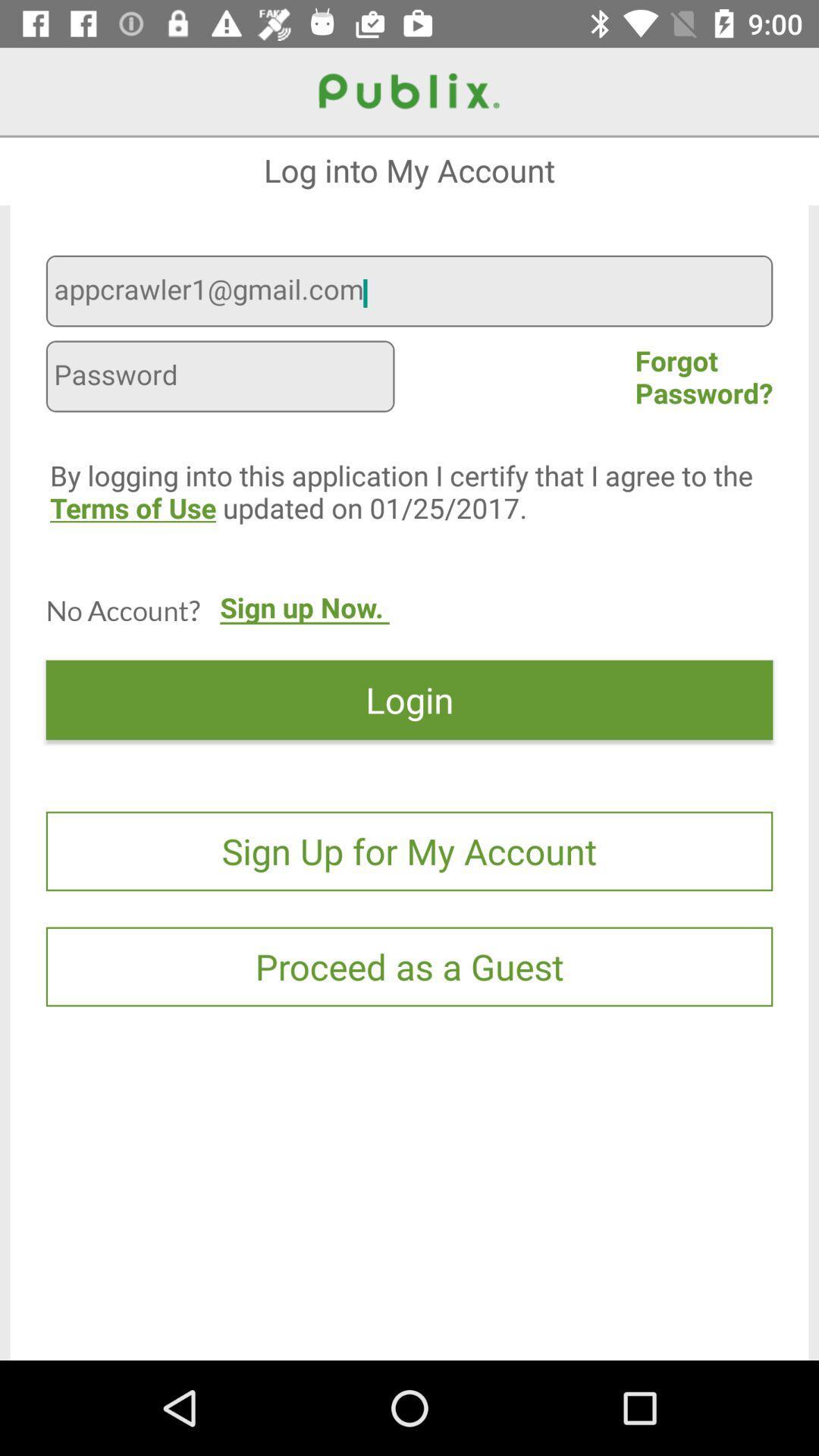 The height and width of the screenshot is (1456, 819). What do you see at coordinates (409, 966) in the screenshot?
I see `proceed as a` at bounding box center [409, 966].